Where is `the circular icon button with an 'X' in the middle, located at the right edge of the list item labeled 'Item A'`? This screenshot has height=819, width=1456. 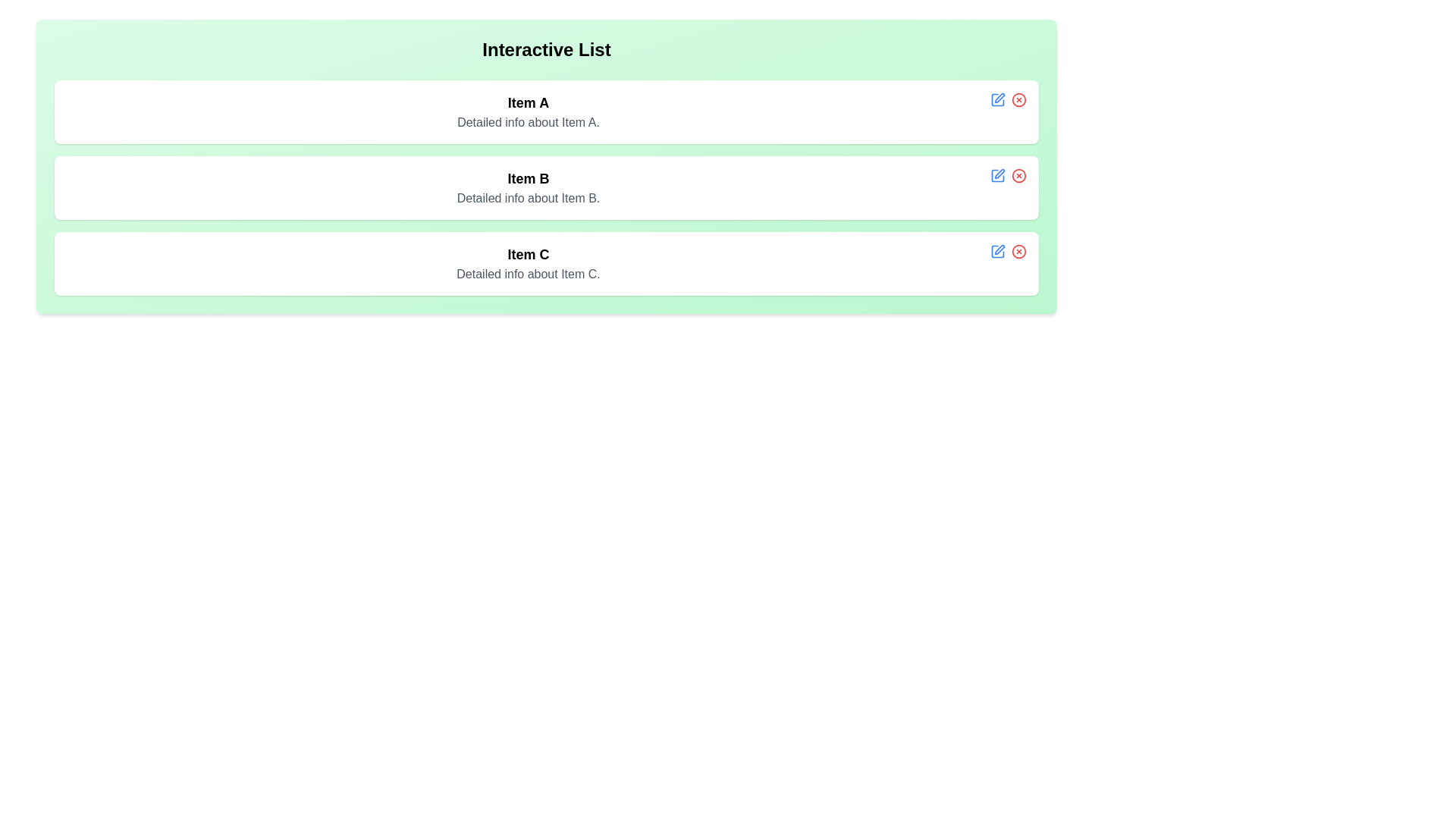
the circular icon button with an 'X' in the middle, located at the right edge of the list item labeled 'Item A' is located at coordinates (1019, 99).